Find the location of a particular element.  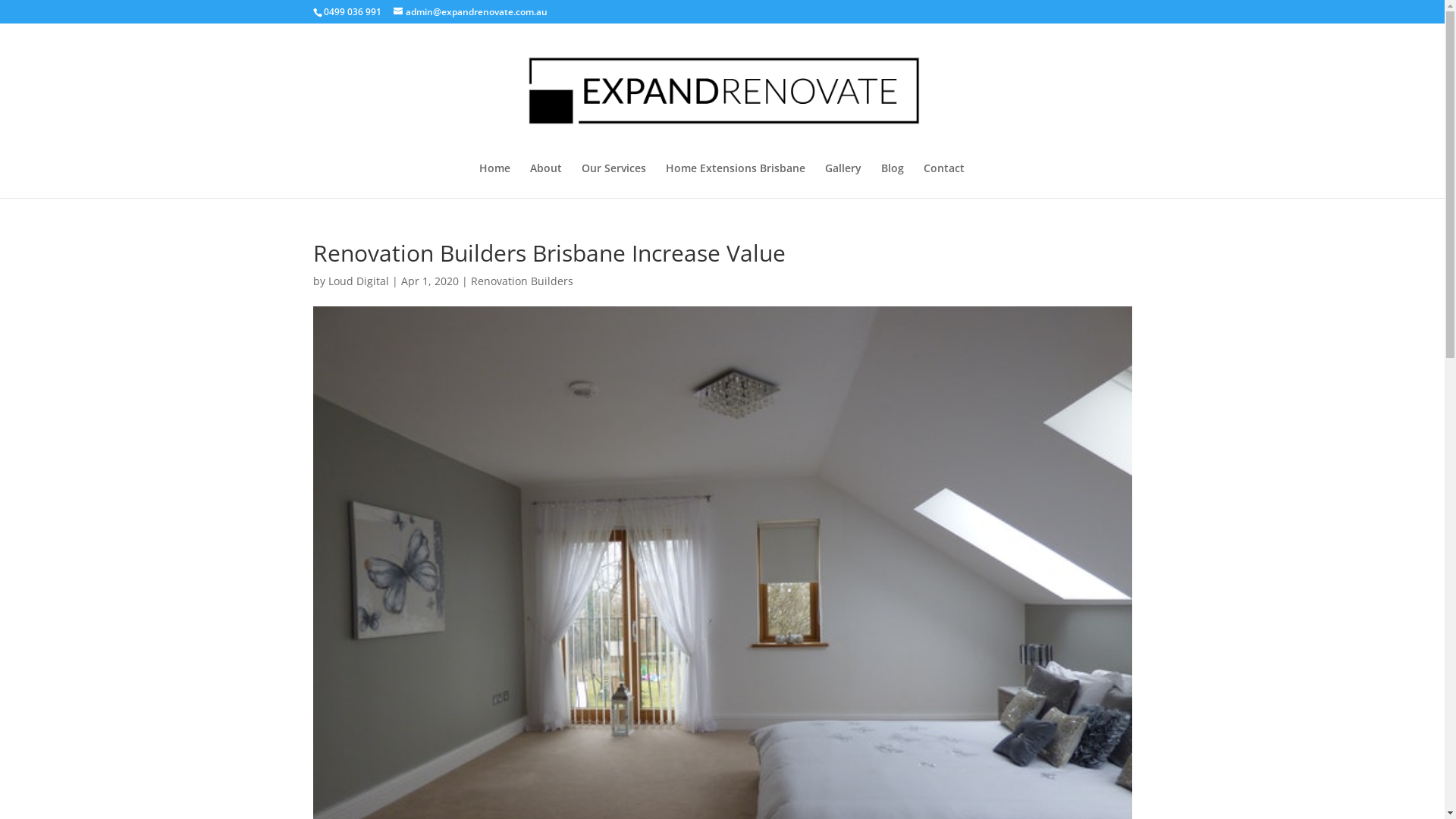

'admin@expandrenovate.com.au' is located at coordinates (469, 11).